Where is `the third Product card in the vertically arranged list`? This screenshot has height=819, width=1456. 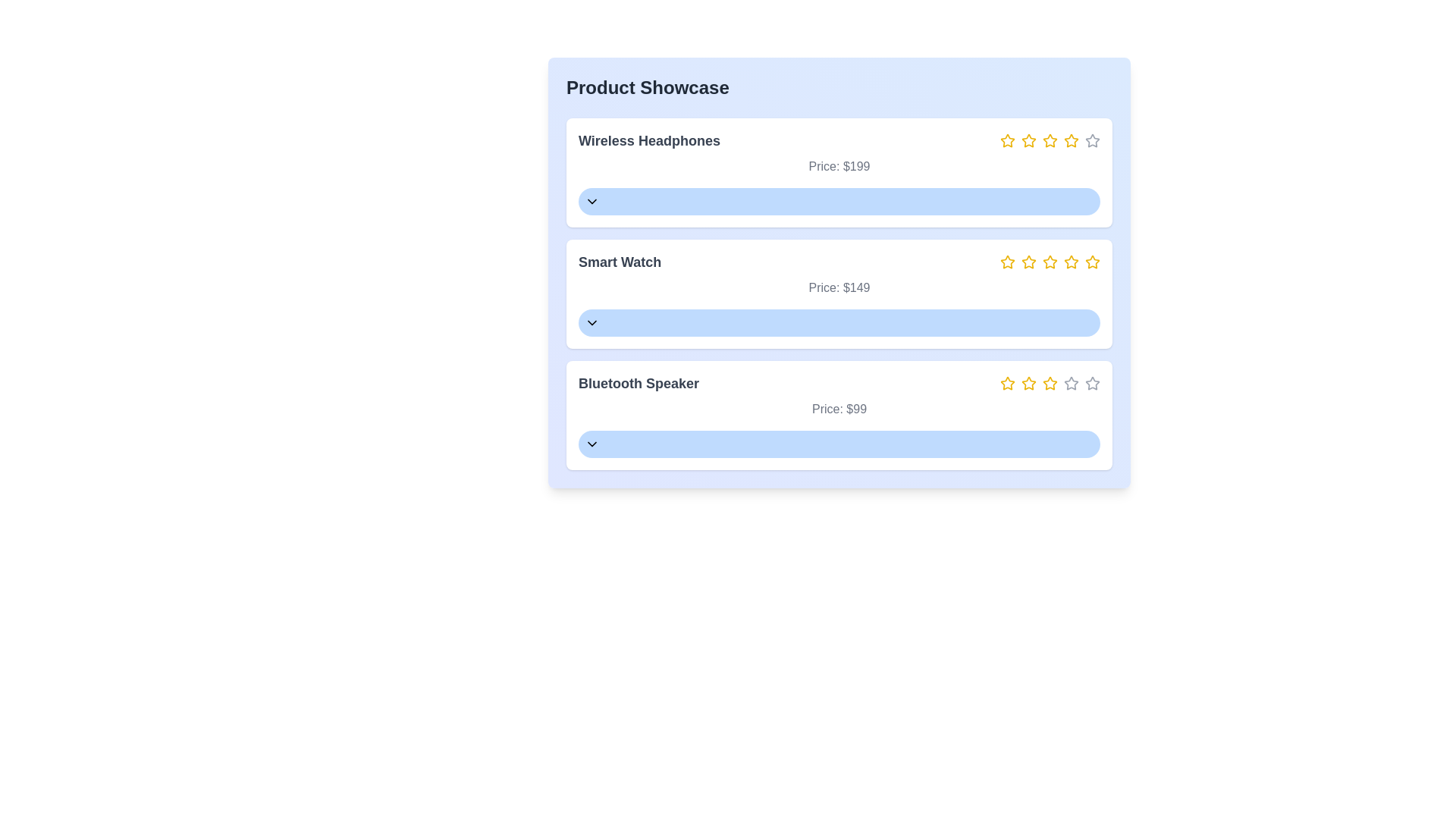
the third Product card in the vertically arranged list is located at coordinates (839, 415).